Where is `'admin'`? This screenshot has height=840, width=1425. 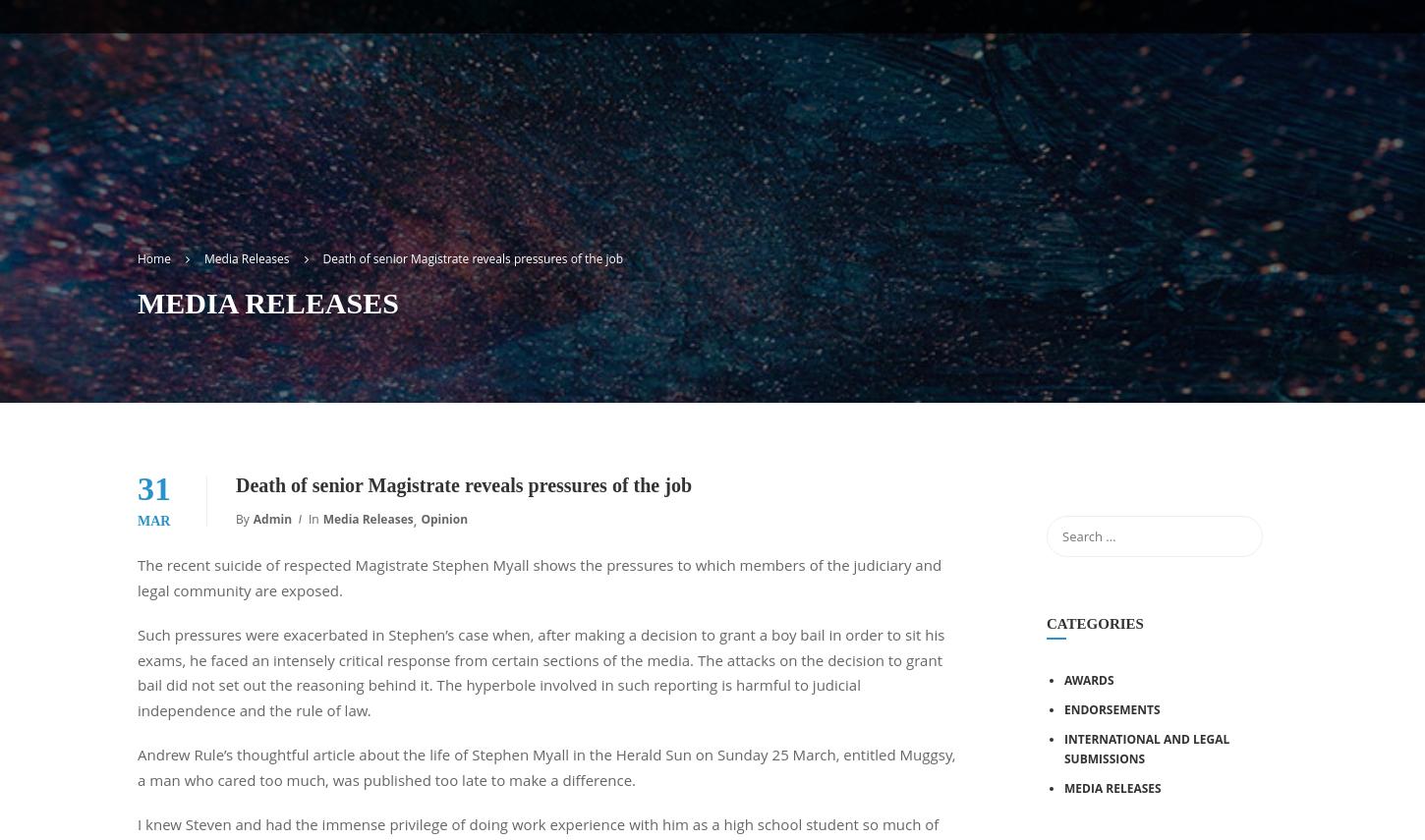 'admin' is located at coordinates (252, 519).